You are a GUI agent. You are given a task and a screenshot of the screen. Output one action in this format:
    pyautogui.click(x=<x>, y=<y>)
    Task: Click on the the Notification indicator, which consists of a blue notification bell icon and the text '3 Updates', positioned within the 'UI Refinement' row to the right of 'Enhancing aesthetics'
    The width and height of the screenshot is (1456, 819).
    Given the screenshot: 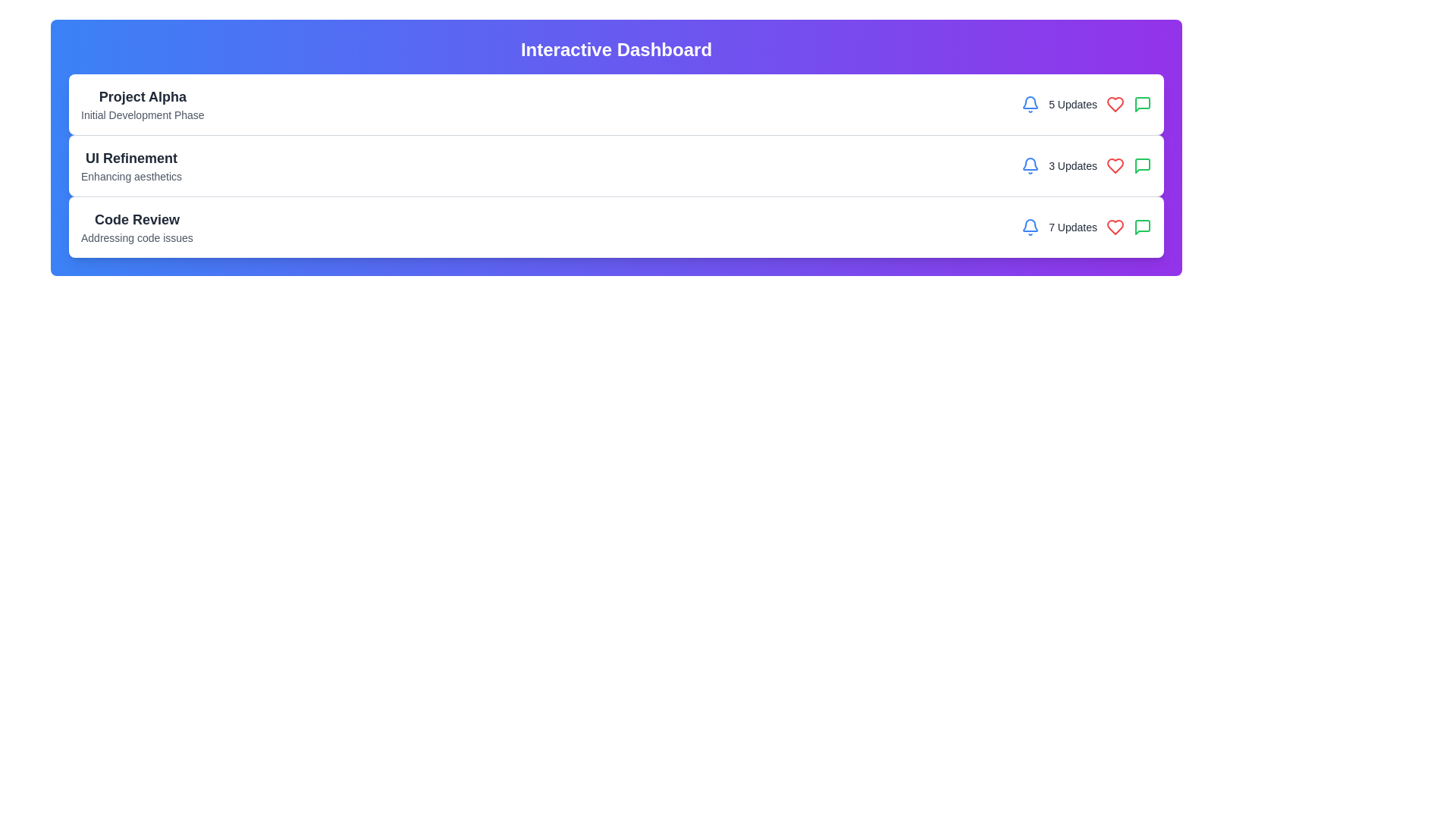 What is the action you would take?
    pyautogui.click(x=1086, y=166)
    